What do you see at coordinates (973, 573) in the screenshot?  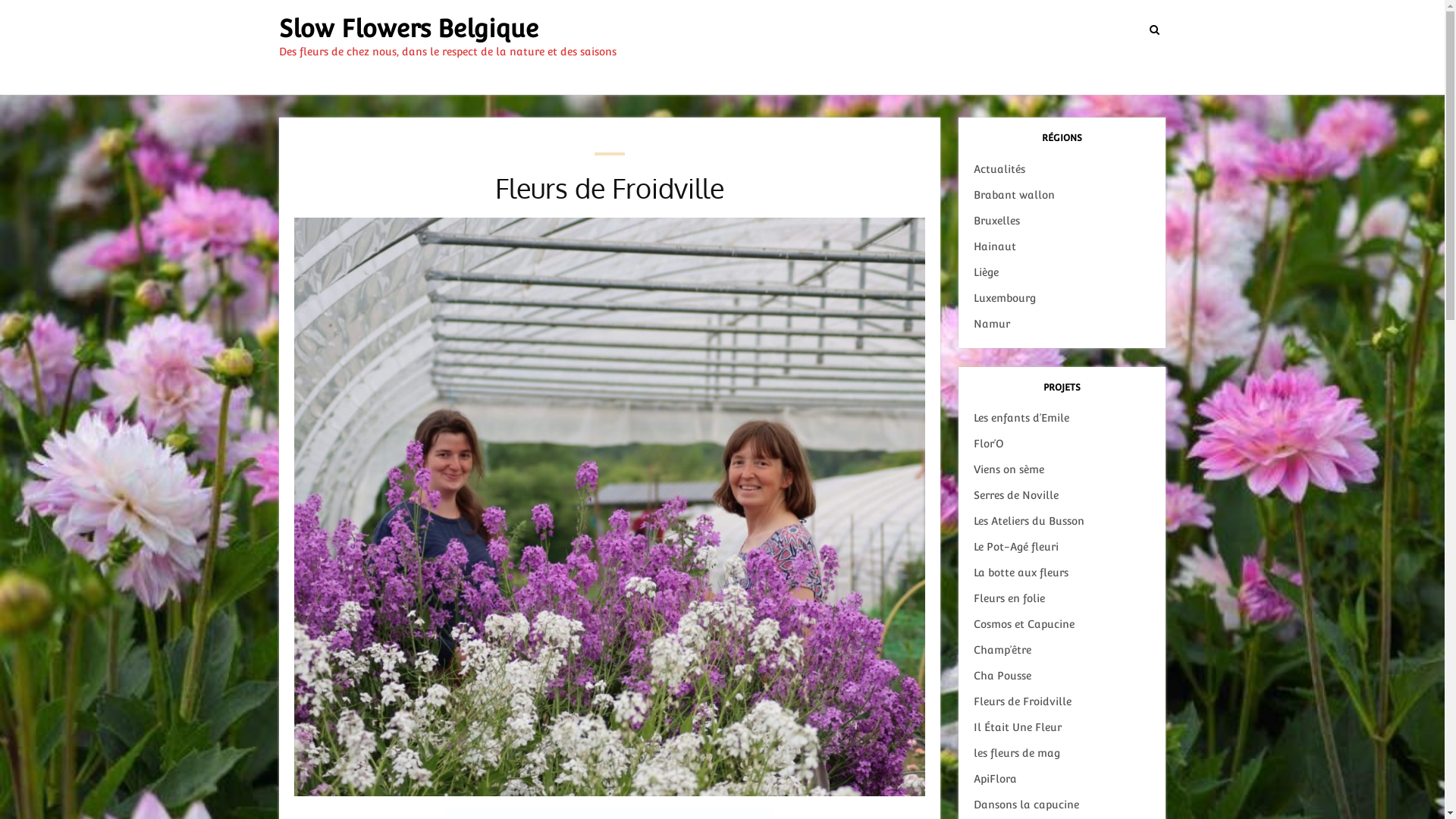 I see `'La botte aux fleurs'` at bounding box center [973, 573].